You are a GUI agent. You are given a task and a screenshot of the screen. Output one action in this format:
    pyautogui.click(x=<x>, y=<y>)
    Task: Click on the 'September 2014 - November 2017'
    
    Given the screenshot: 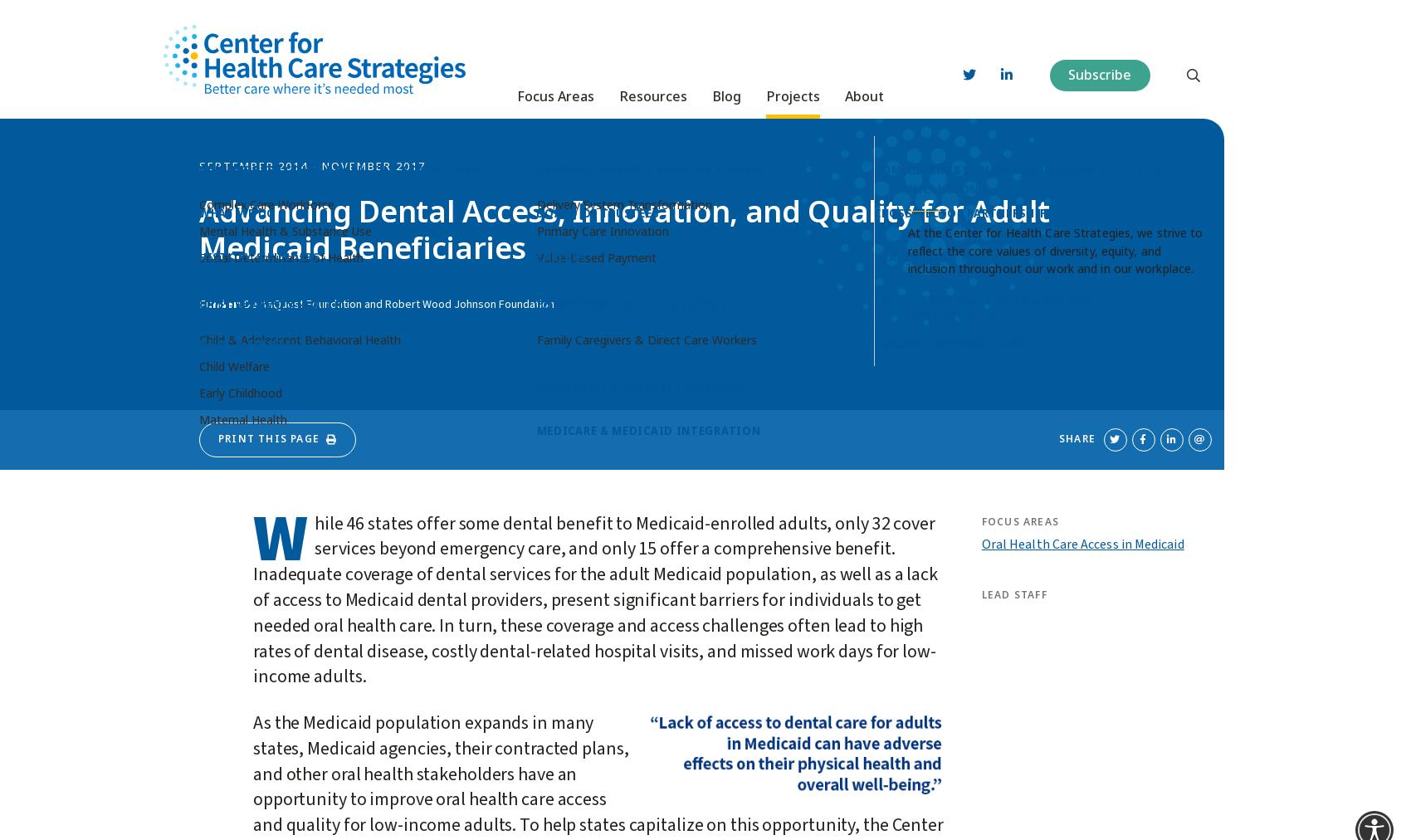 What is the action you would take?
    pyautogui.click(x=311, y=164)
    